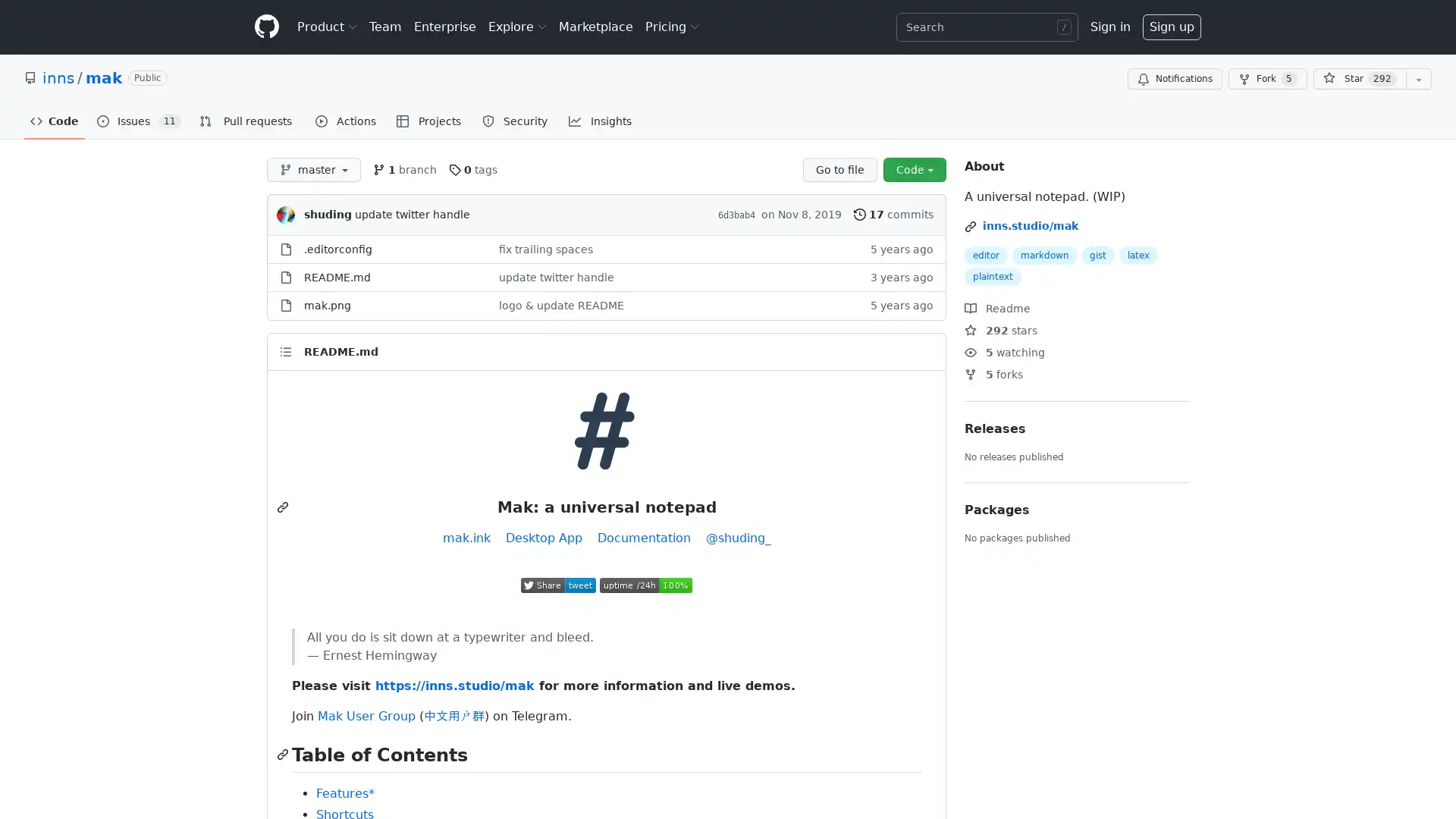 The image size is (1456, 819). Describe the element at coordinates (1418, 79) in the screenshot. I see `You must be signed in to add this repository to a list` at that location.